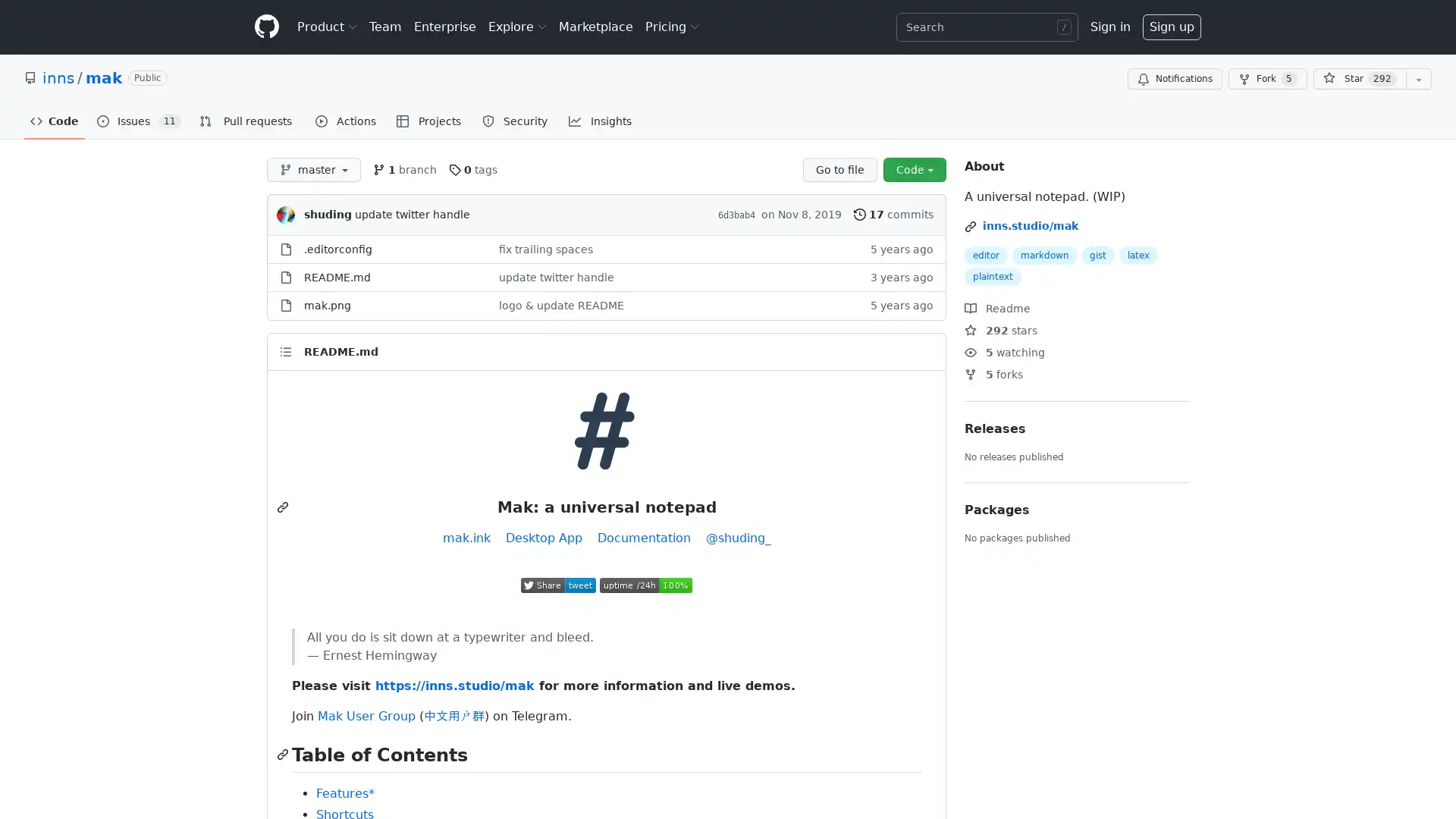 The image size is (1456, 819). Describe the element at coordinates (1418, 79) in the screenshot. I see `You must be signed in to add this repository to a list` at that location.